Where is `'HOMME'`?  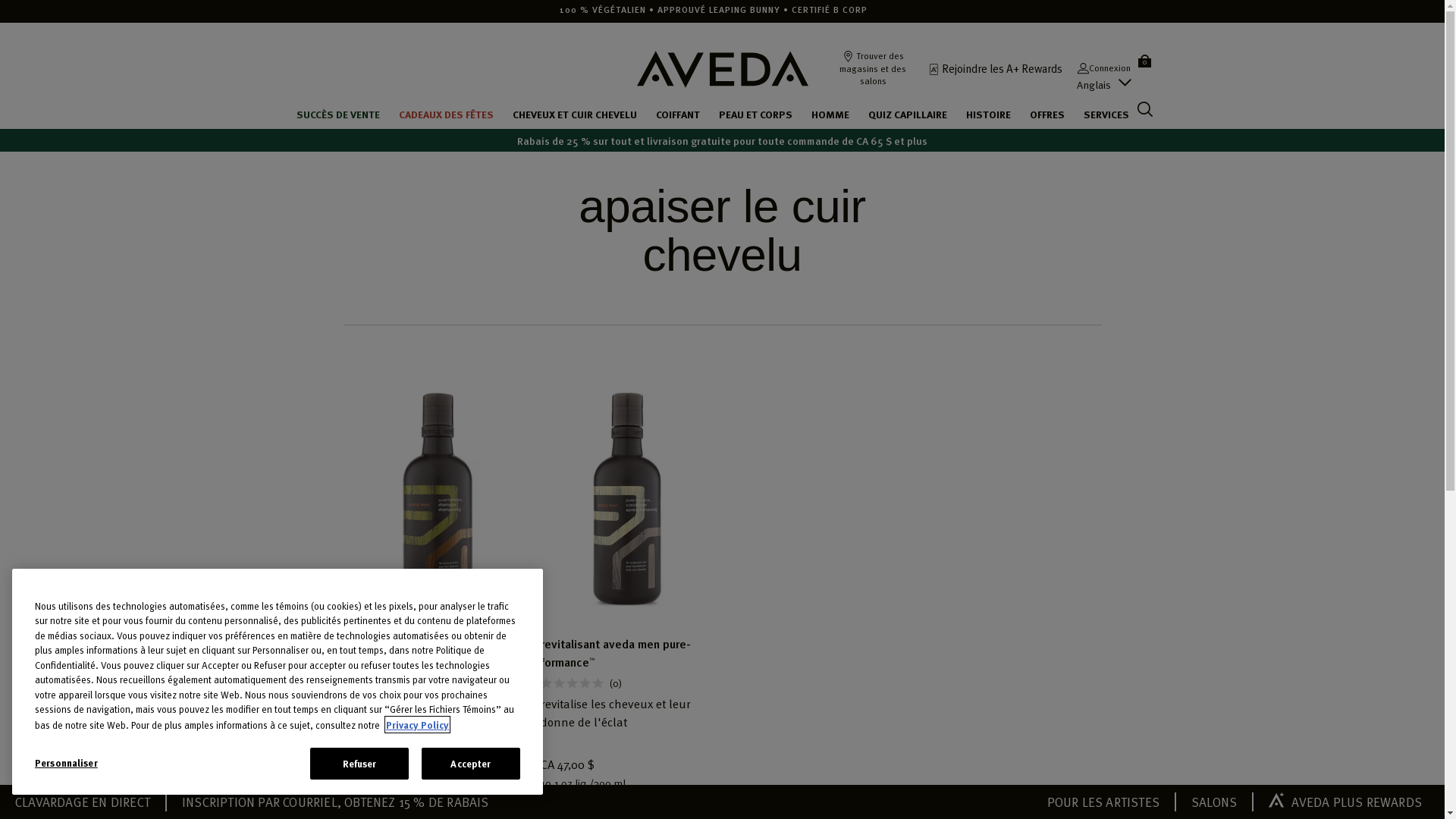
'HOMME' is located at coordinates (829, 113).